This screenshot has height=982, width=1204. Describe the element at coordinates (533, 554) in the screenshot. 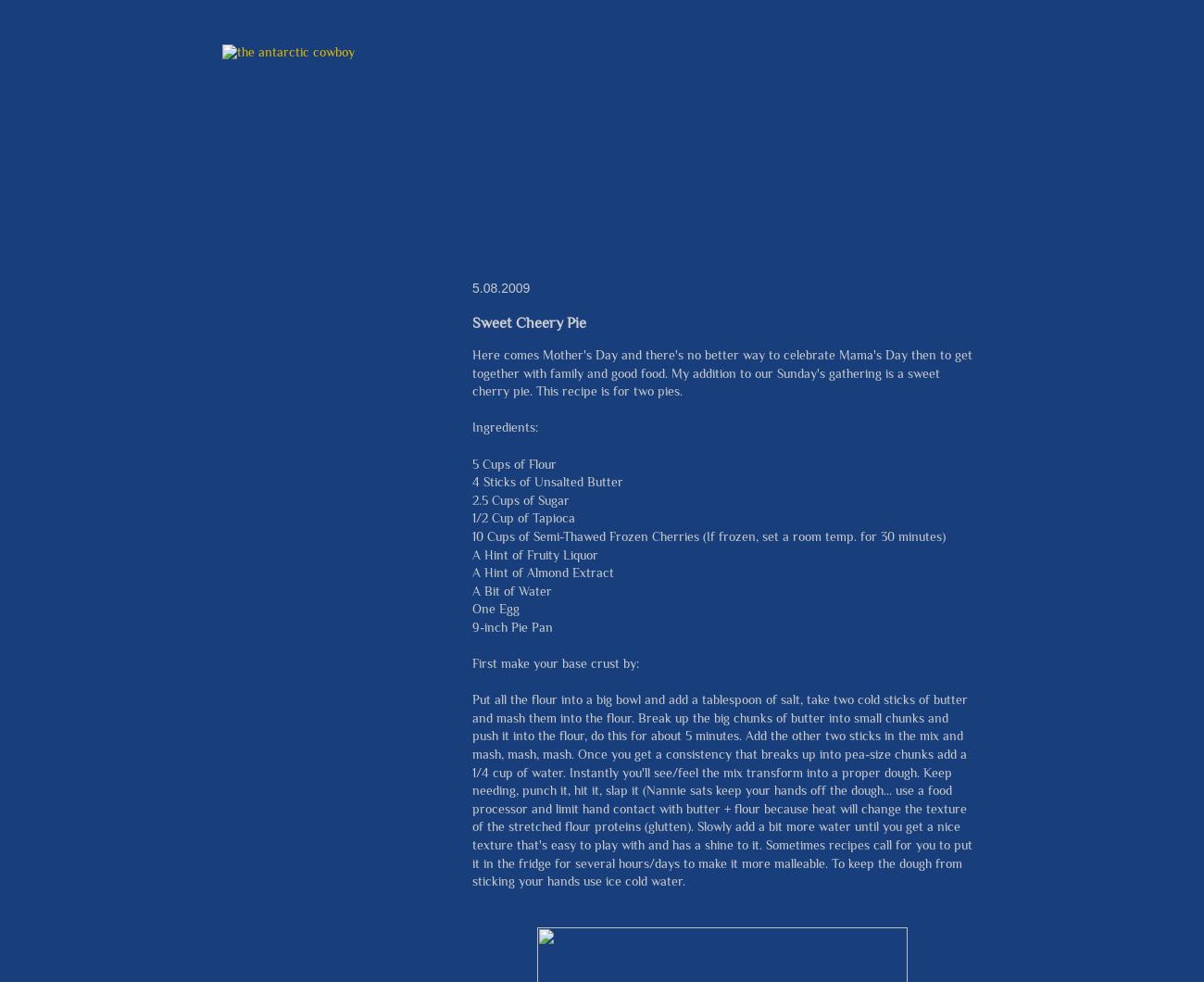

I see `'A Hint of Fruity Liquor'` at that location.